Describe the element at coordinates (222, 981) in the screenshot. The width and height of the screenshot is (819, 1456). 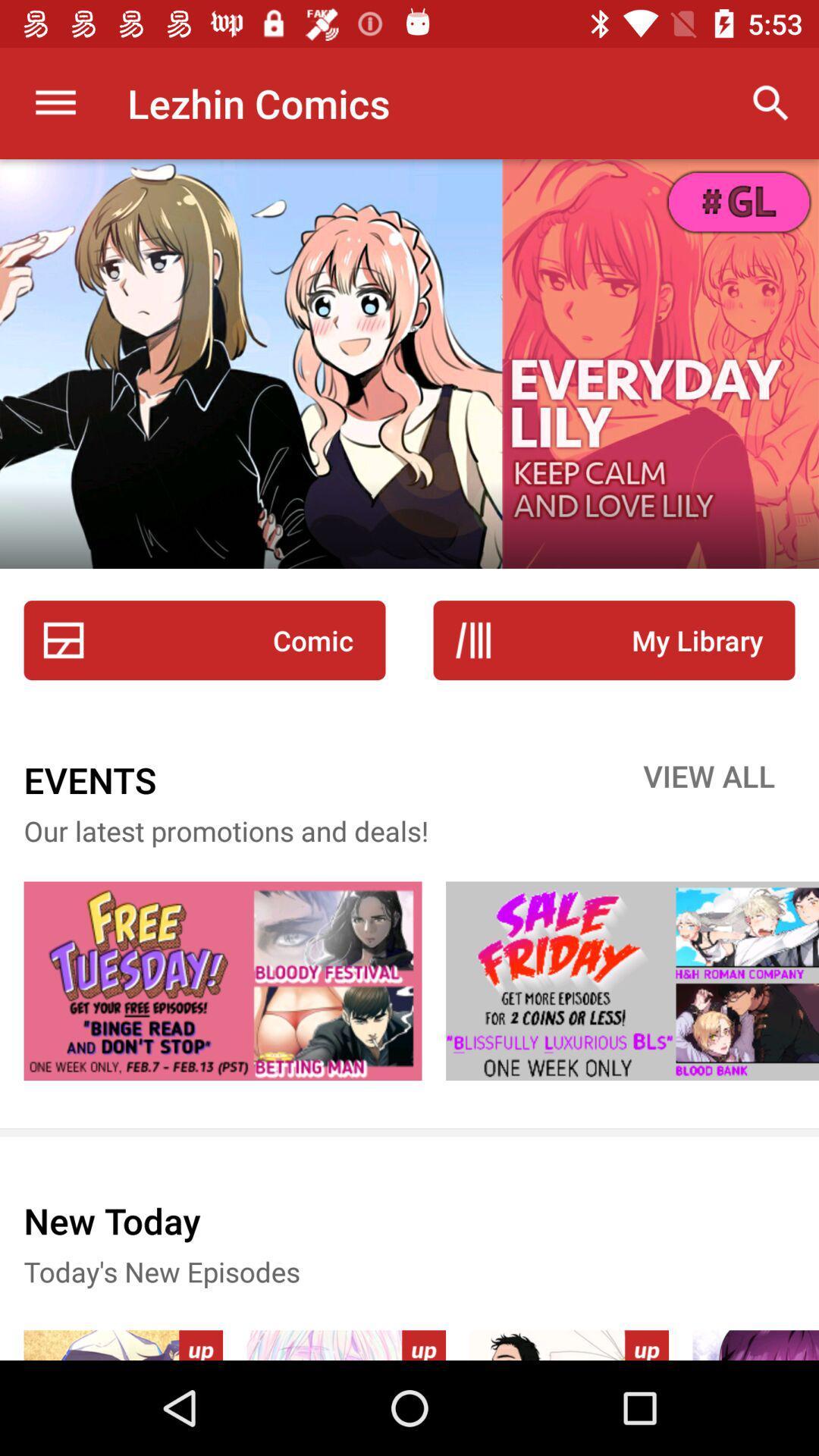
I see `open image related link` at that location.